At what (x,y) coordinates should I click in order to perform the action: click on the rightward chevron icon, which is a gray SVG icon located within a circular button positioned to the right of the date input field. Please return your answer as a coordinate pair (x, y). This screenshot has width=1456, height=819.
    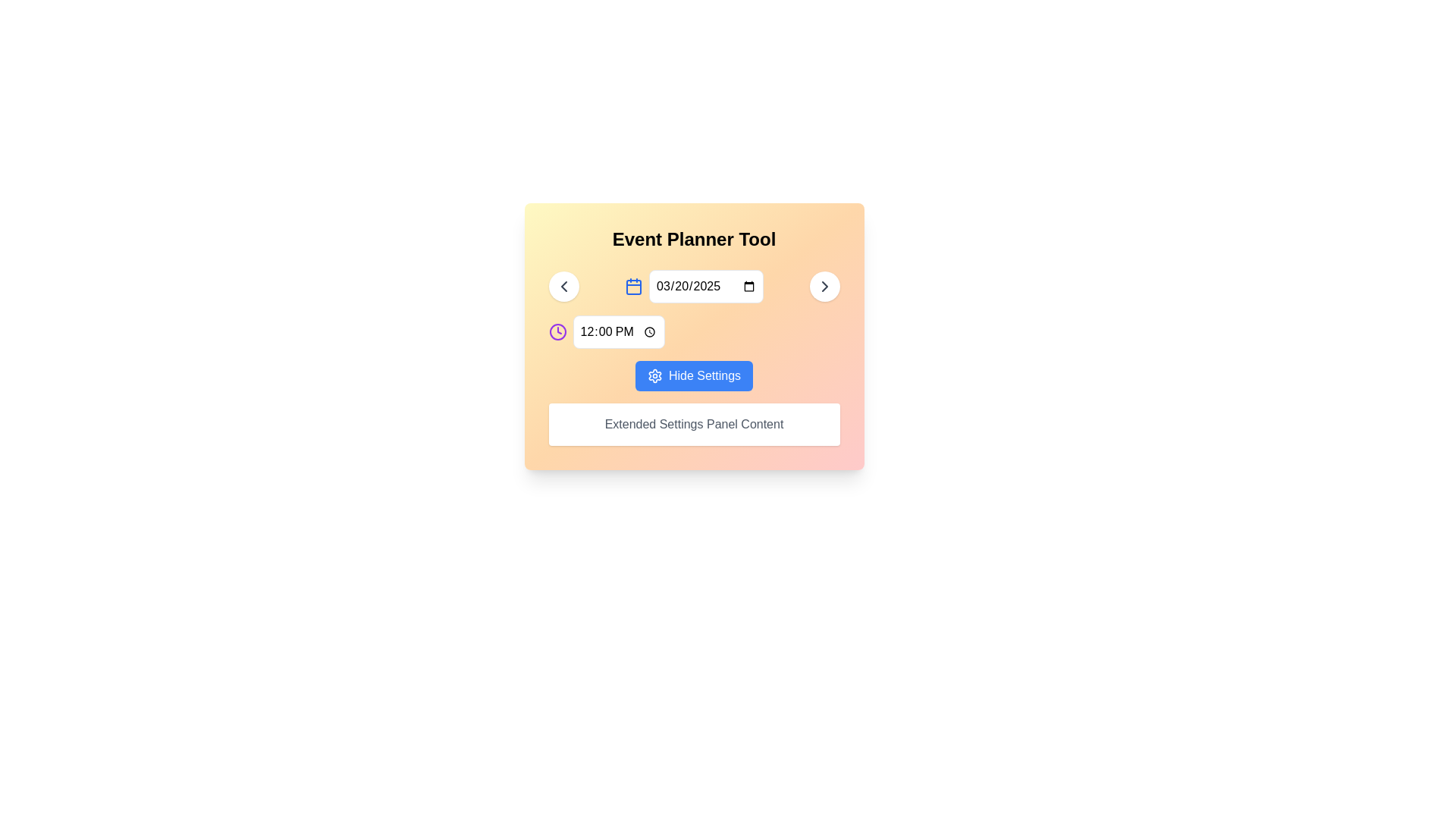
    Looking at the image, I should click on (824, 287).